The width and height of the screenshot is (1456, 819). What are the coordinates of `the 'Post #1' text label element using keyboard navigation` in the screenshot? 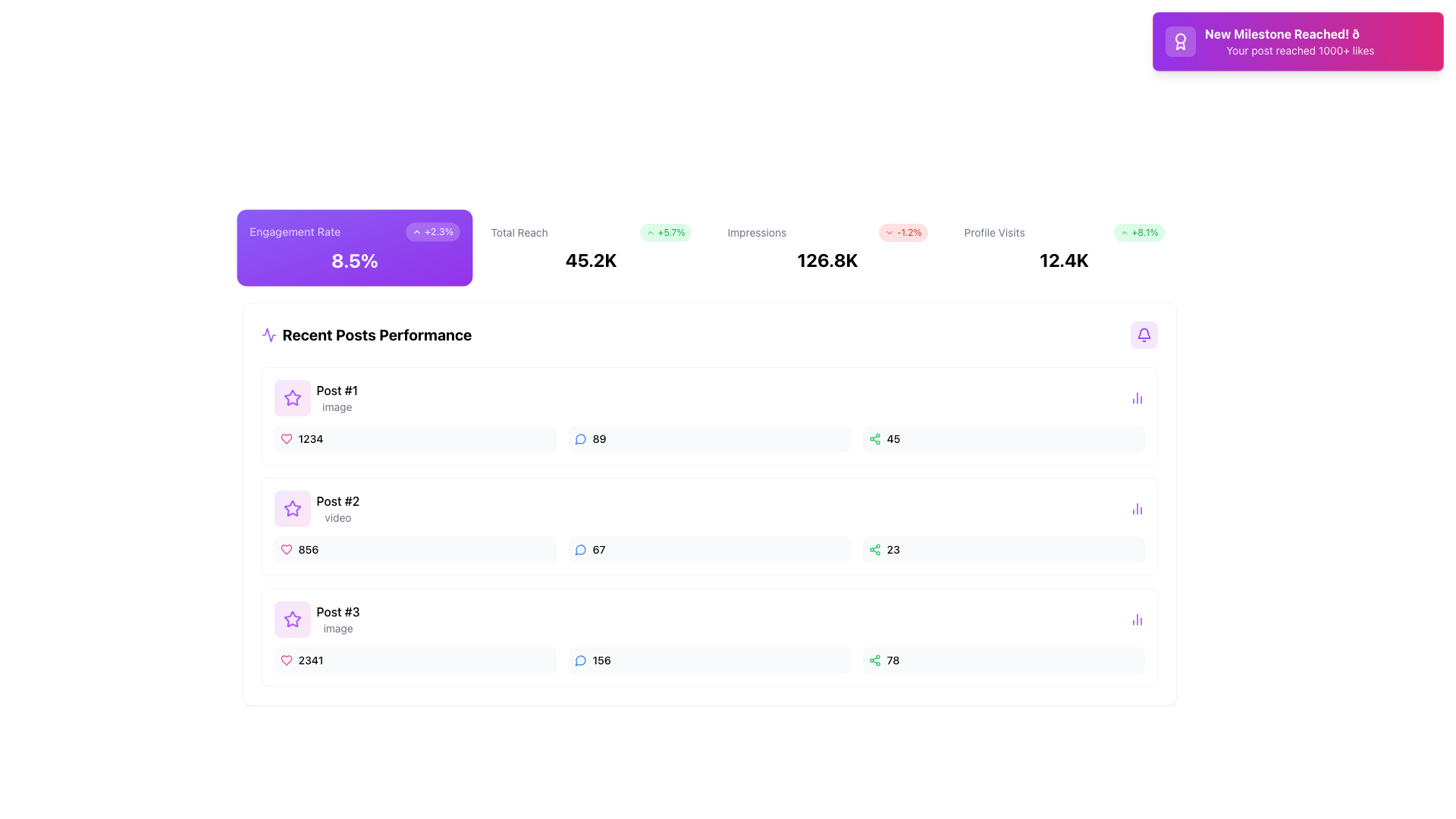 It's located at (336, 390).